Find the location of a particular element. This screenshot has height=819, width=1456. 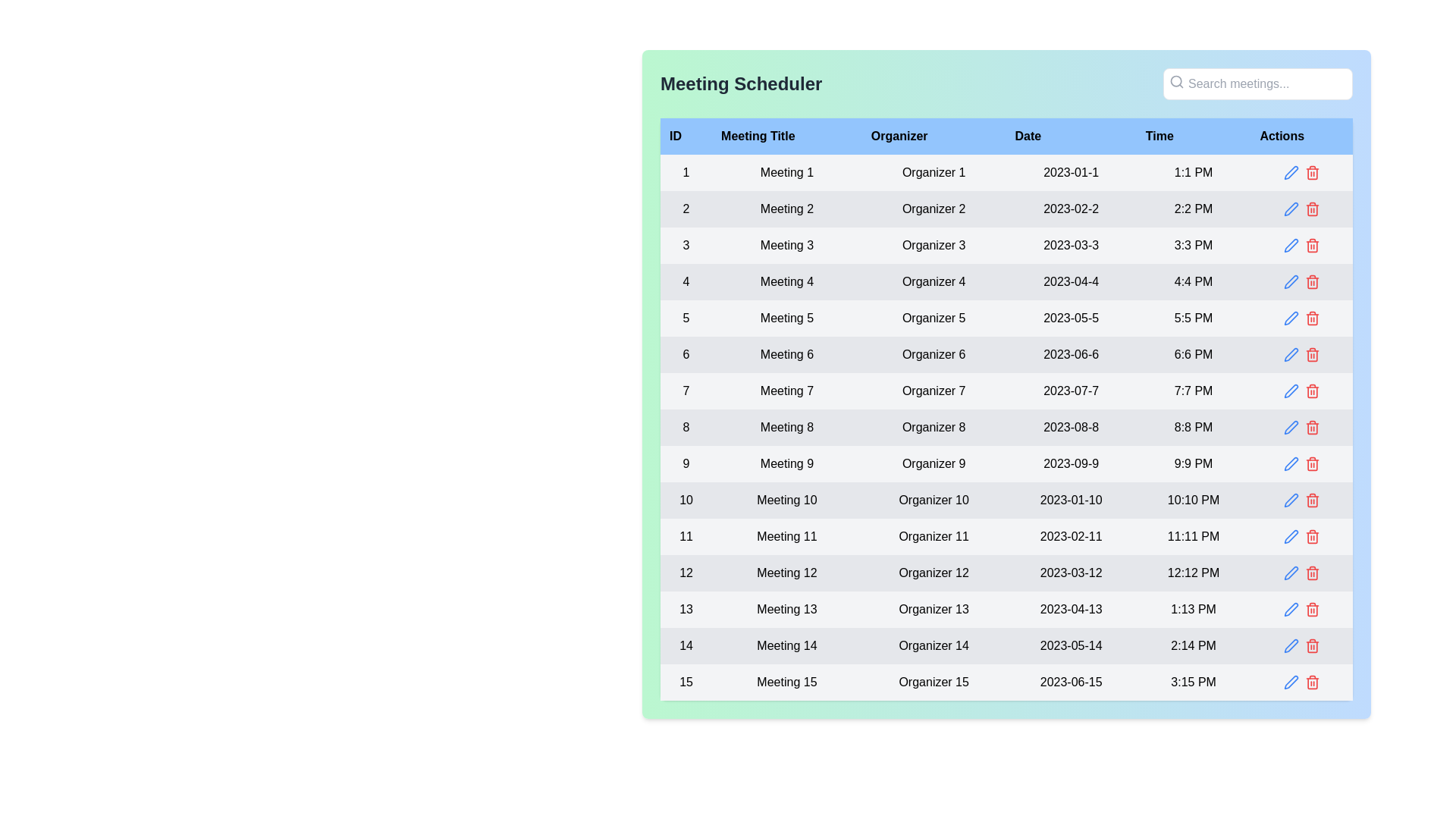

the static text displaying the date '2023-05-5' in the fifth row of the 'Date' column in the table is located at coordinates (1070, 318).